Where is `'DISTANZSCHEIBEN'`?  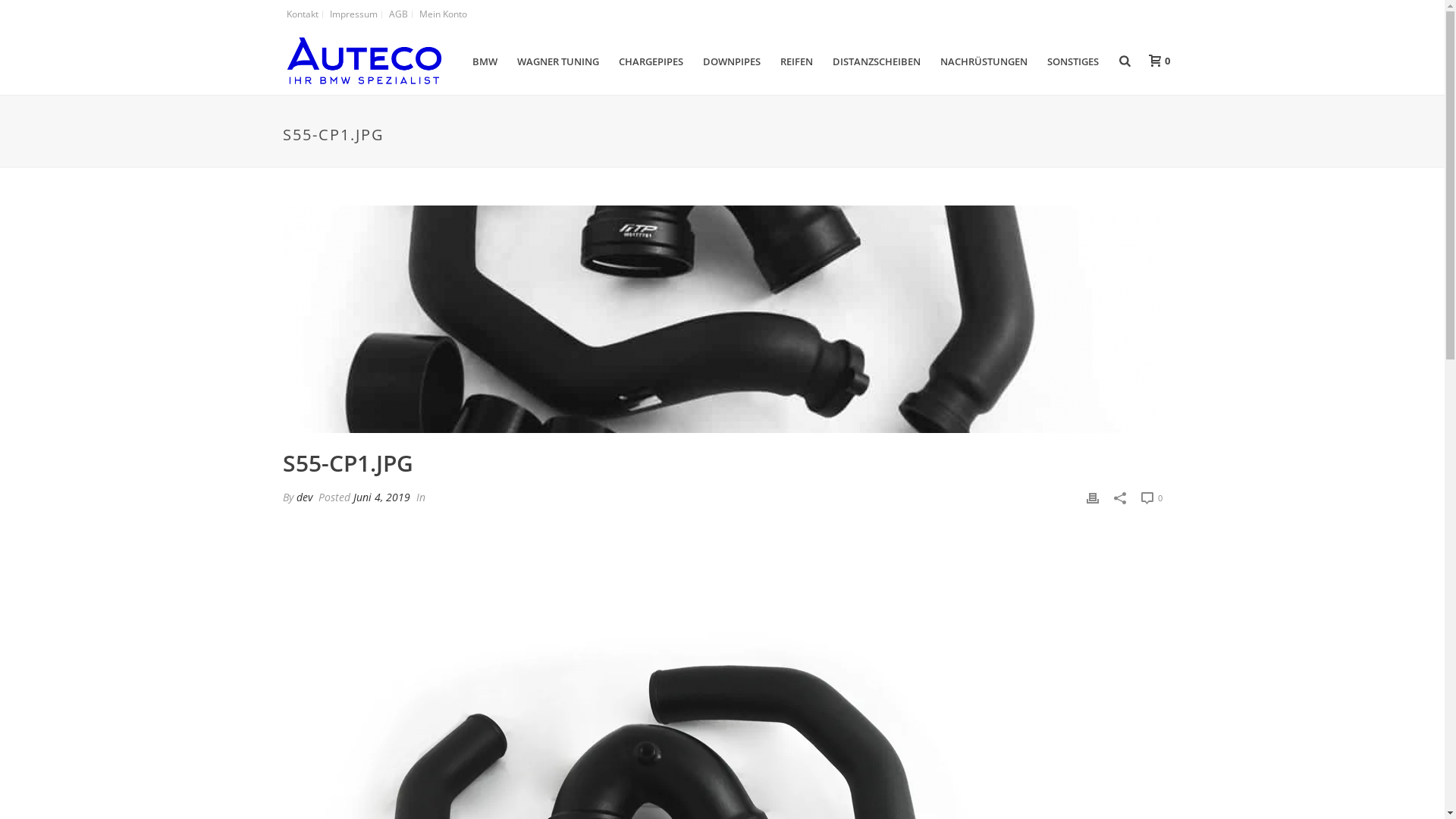
'DISTANZSCHEIBEN' is located at coordinates (877, 61).